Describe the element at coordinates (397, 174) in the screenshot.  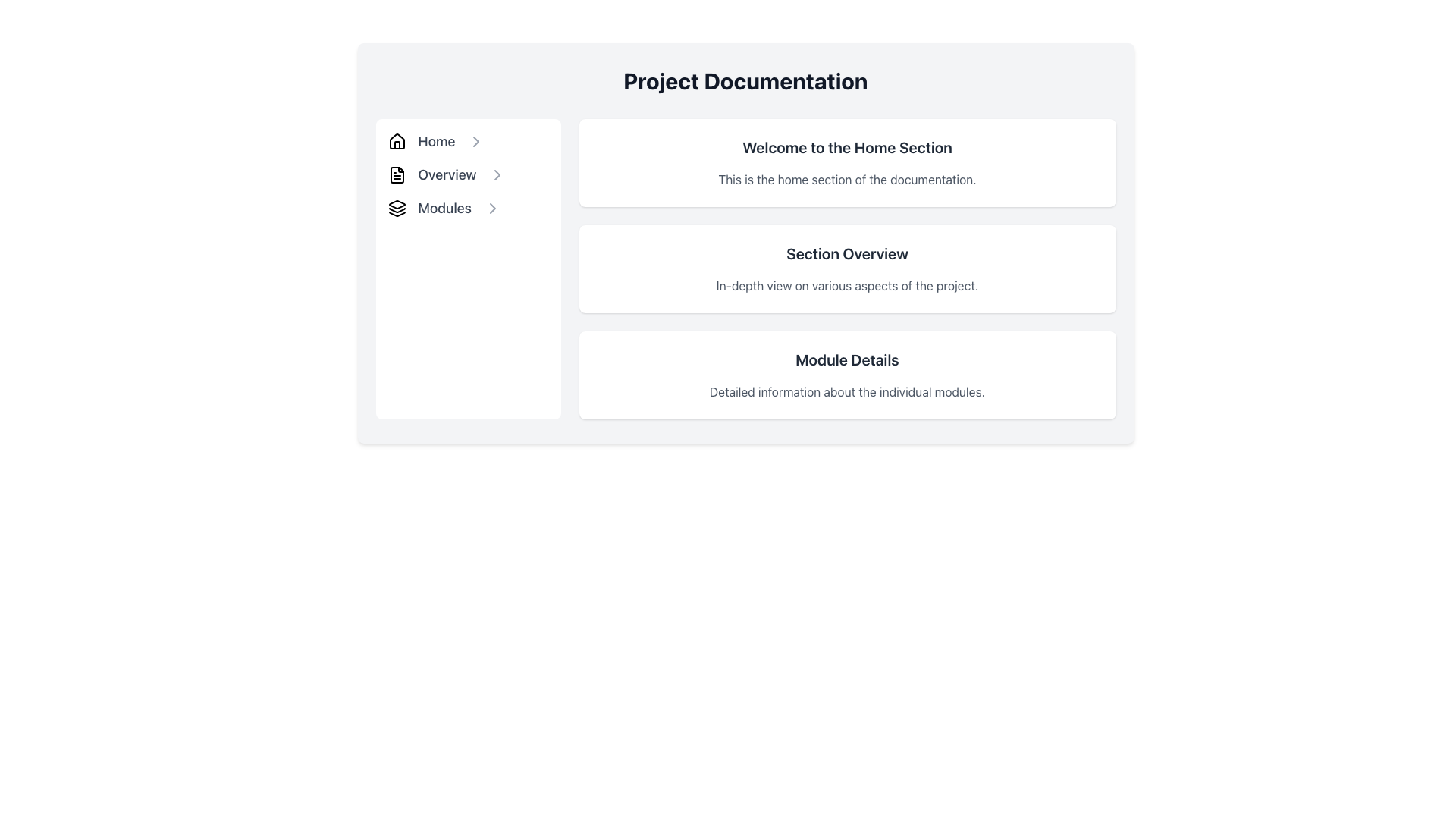
I see `the document icon located to the left of the 'Overview' text in the vertical navigation menu` at that location.